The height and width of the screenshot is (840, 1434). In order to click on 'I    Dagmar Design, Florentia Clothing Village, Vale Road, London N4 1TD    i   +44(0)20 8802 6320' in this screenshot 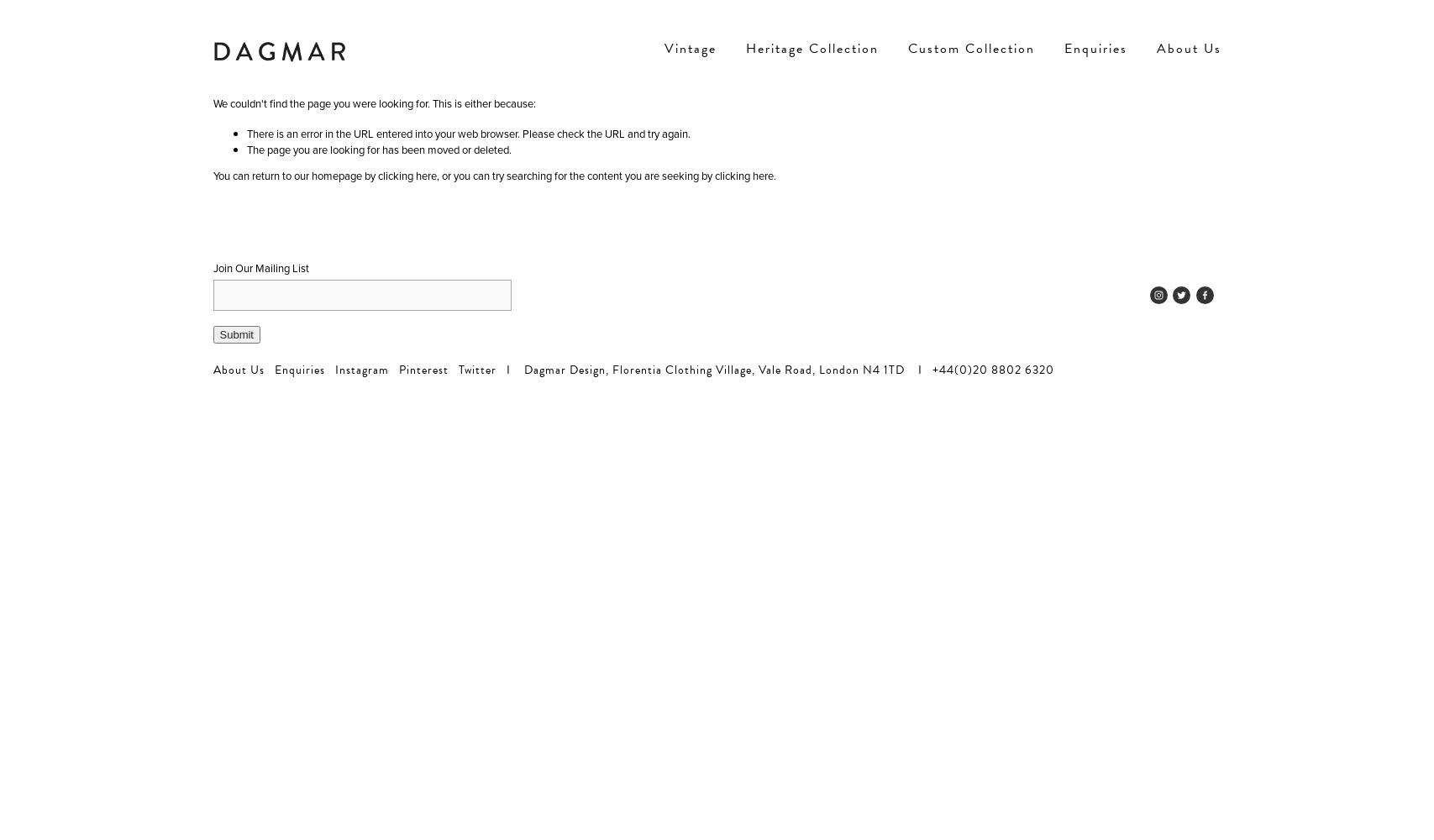, I will do `click(773, 369)`.